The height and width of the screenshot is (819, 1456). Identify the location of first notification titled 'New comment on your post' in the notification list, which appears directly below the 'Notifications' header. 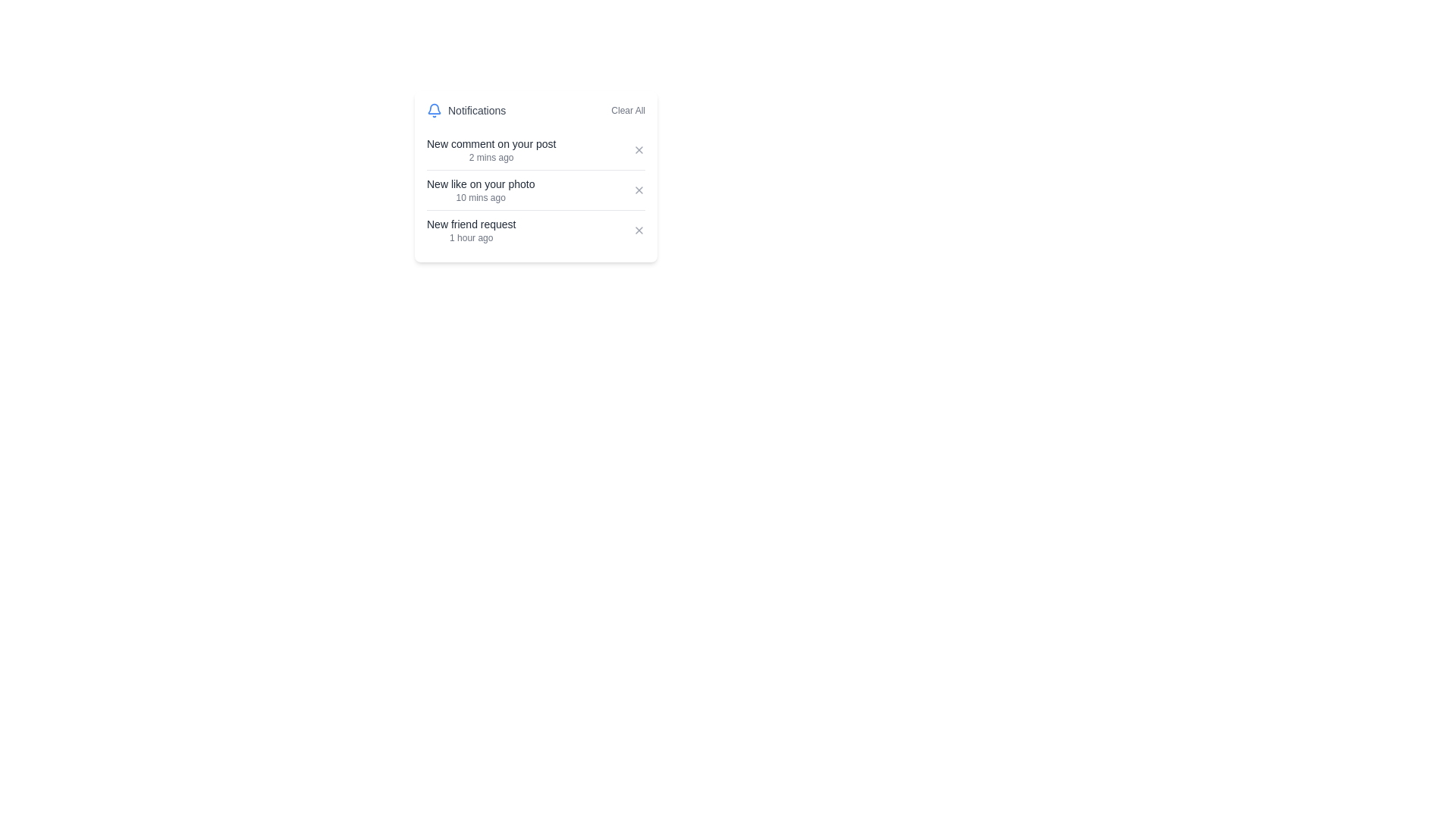
(491, 149).